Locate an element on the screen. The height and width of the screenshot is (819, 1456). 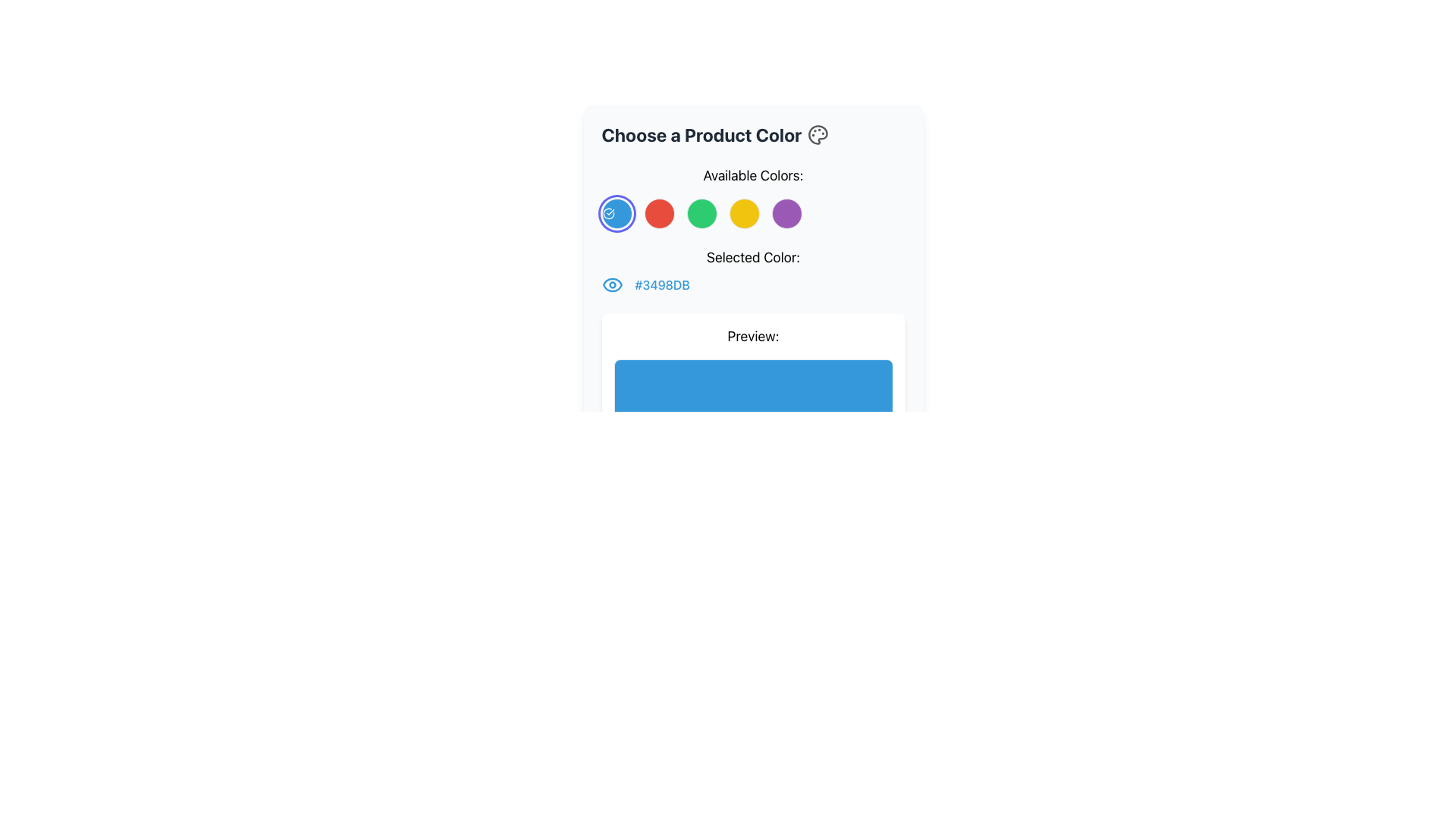
the circular palette icon located in the upper part of the UI card, near the title 'Choose a Product Color', aligned to the right side is located at coordinates (817, 133).